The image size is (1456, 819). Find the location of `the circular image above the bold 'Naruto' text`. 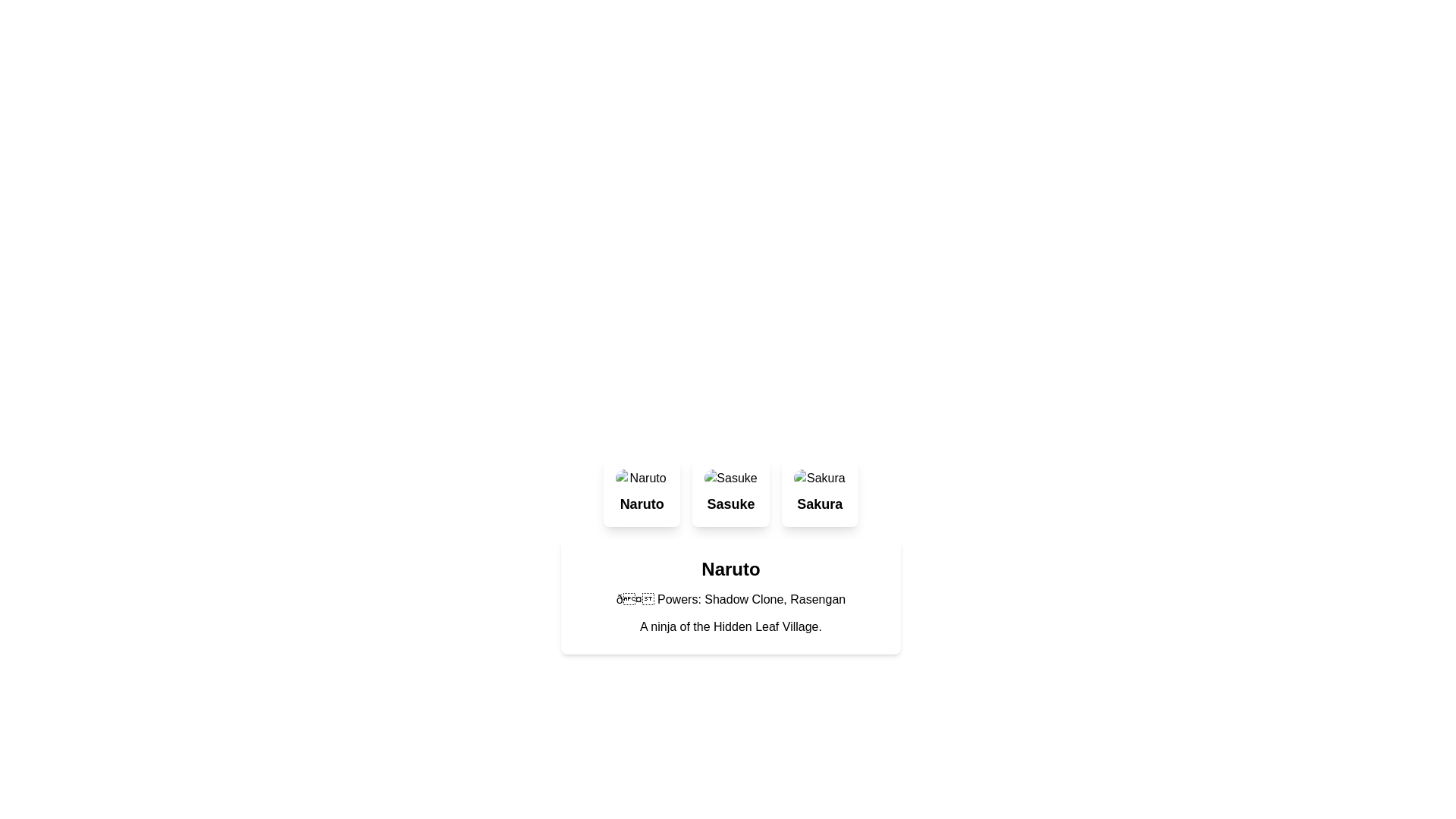

the circular image above the bold 'Naruto' text is located at coordinates (642, 479).